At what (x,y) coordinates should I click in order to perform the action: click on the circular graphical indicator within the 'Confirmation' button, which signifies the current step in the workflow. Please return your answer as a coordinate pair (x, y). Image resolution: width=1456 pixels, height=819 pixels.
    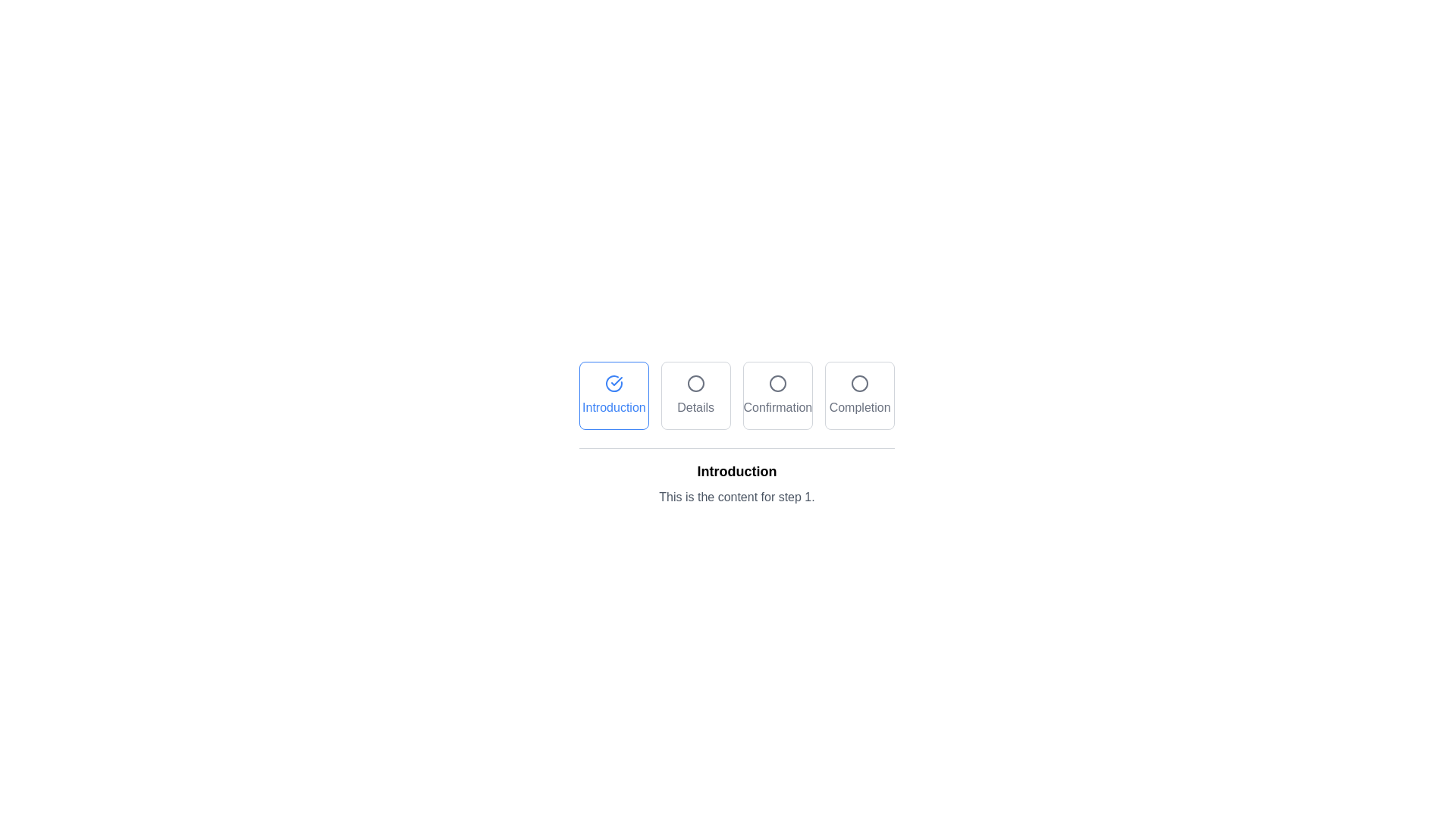
    Looking at the image, I should click on (777, 382).